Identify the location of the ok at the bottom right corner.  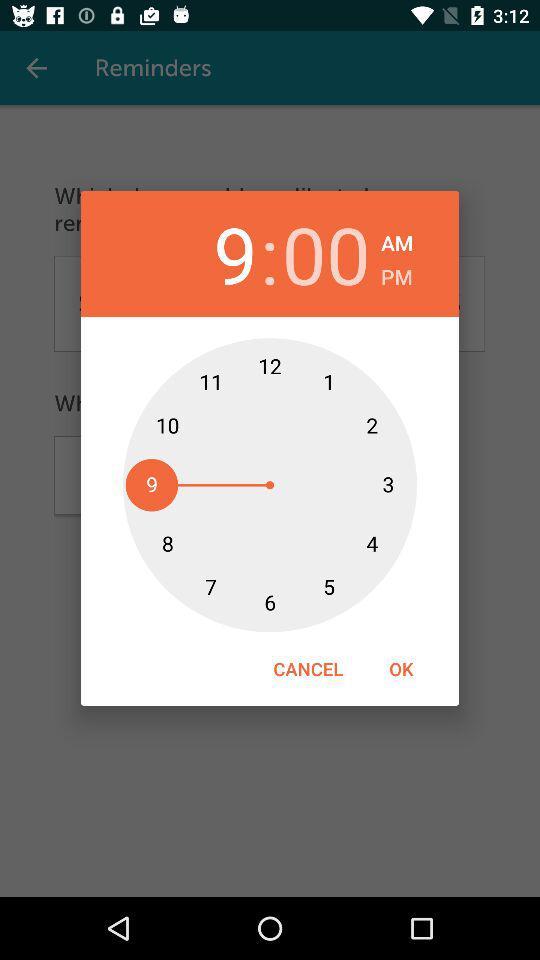
(401, 669).